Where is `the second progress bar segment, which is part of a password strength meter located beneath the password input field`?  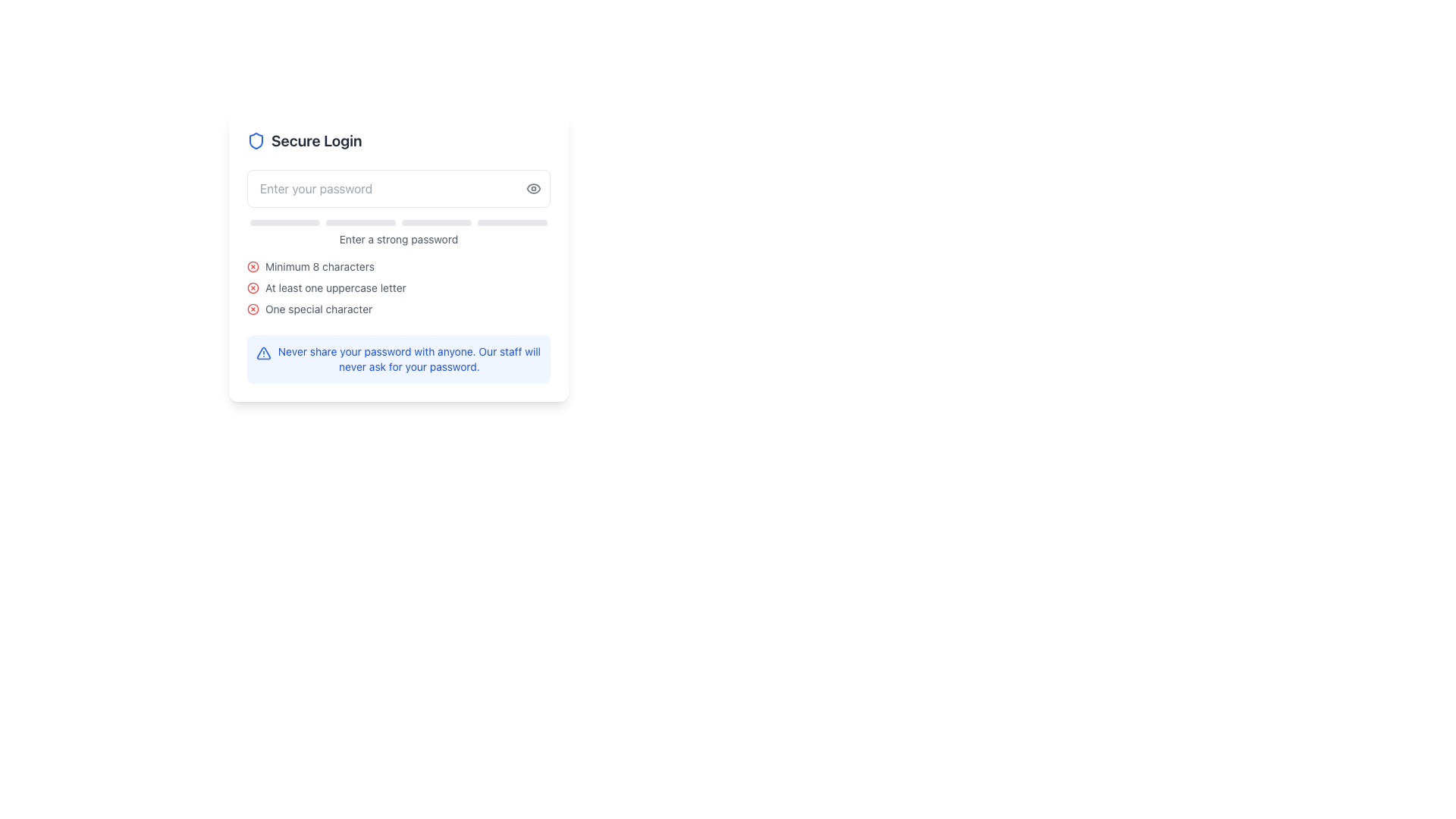
the second progress bar segment, which is part of a password strength meter located beneath the password input field is located at coordinates (359, 222).